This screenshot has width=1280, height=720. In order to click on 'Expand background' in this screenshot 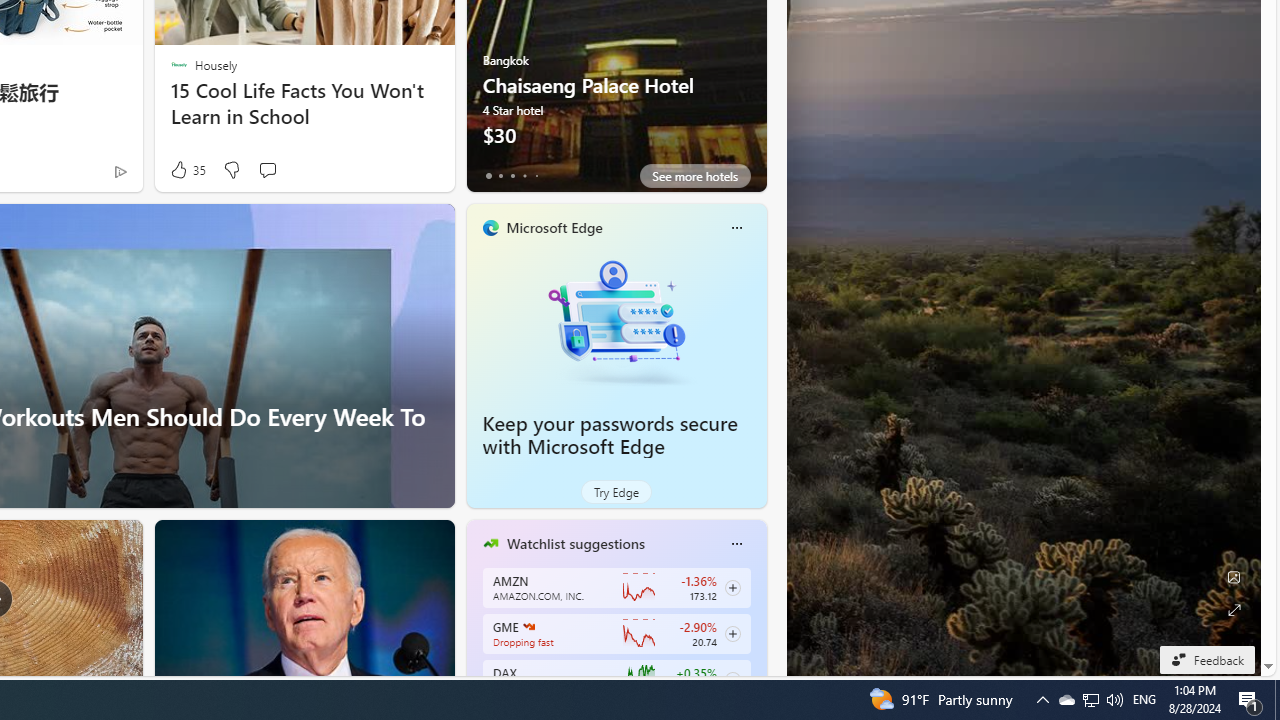, I will do `click(1232, 609)`.